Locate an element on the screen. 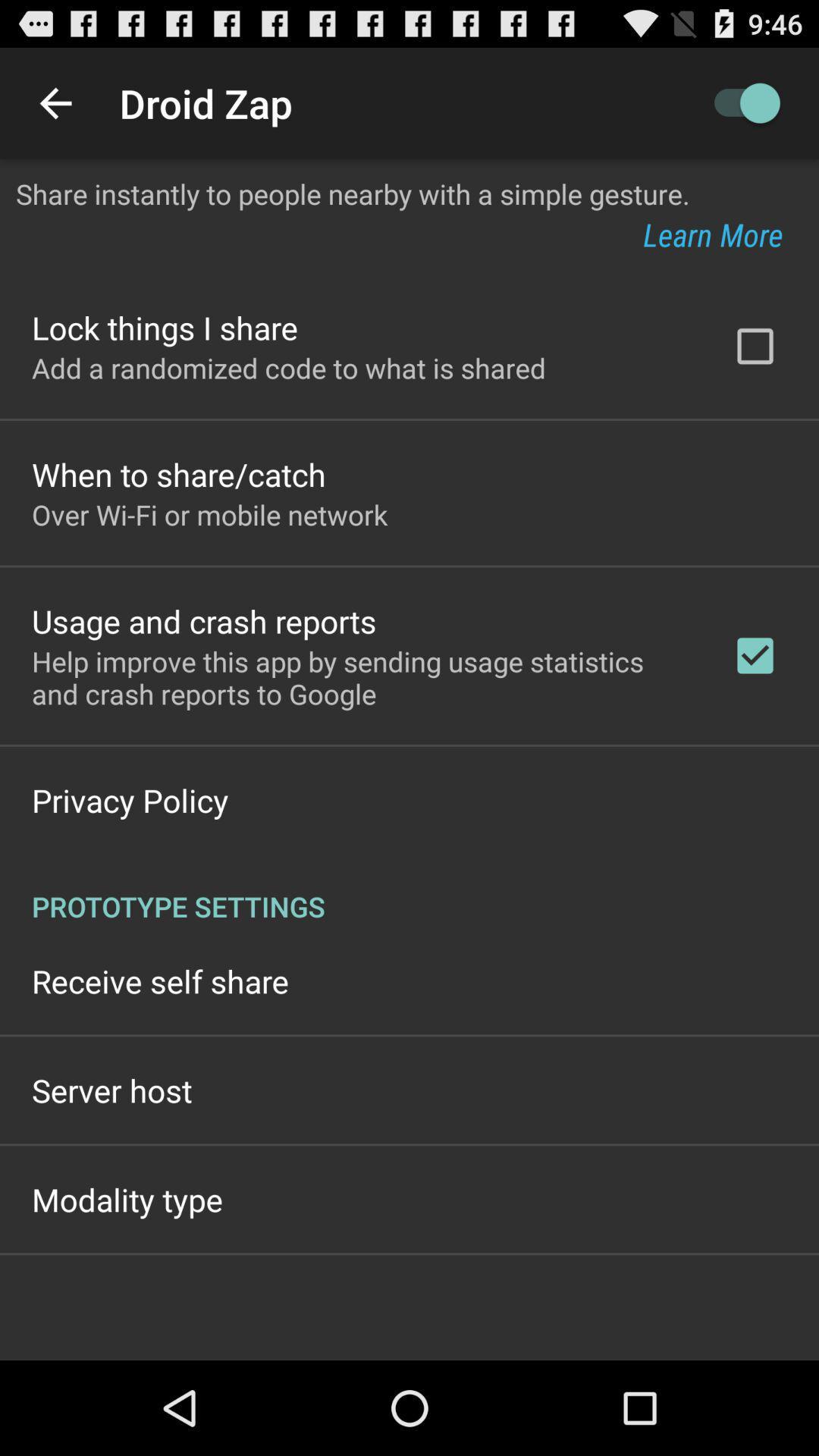  the receive self share icon is located at coordinates (160, 981).